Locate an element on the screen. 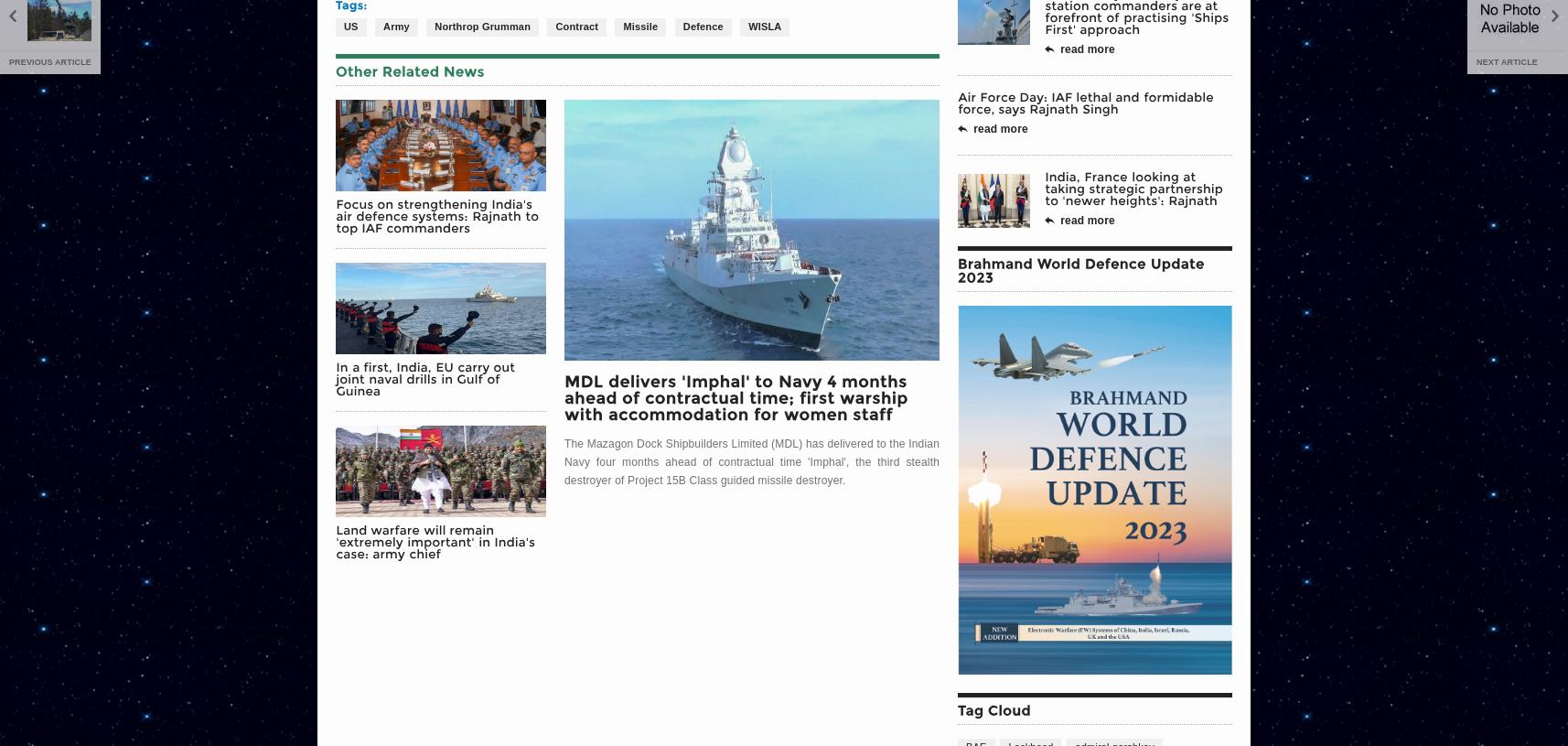 This screenshot has width=1568, height=746. 'Northrop Grumman' is located at coordinates (482, 25).